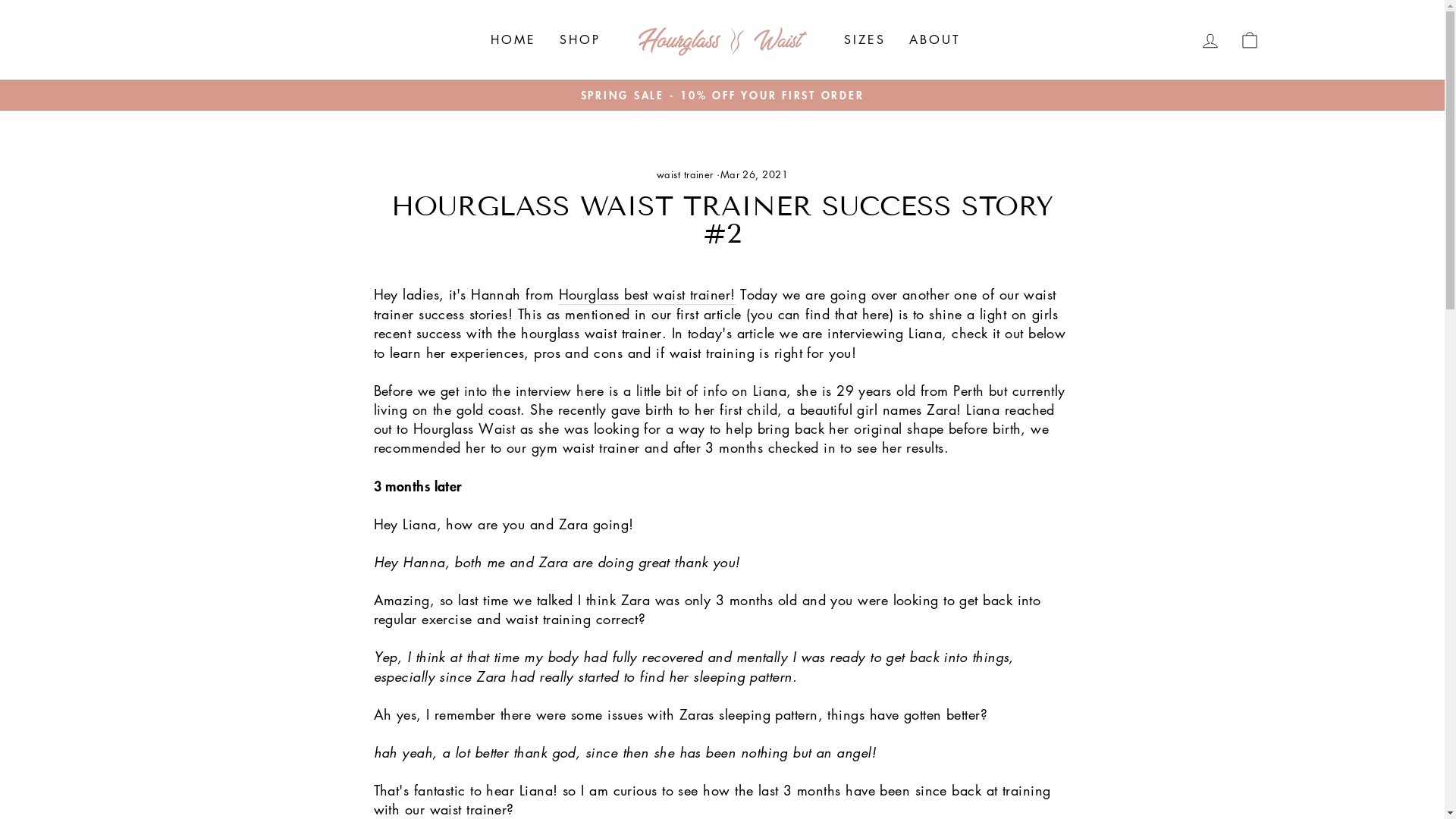 Image resolution: width=1456 pixels, height=819 pixels. I want to click on 'SHOP', so click(579, 39).